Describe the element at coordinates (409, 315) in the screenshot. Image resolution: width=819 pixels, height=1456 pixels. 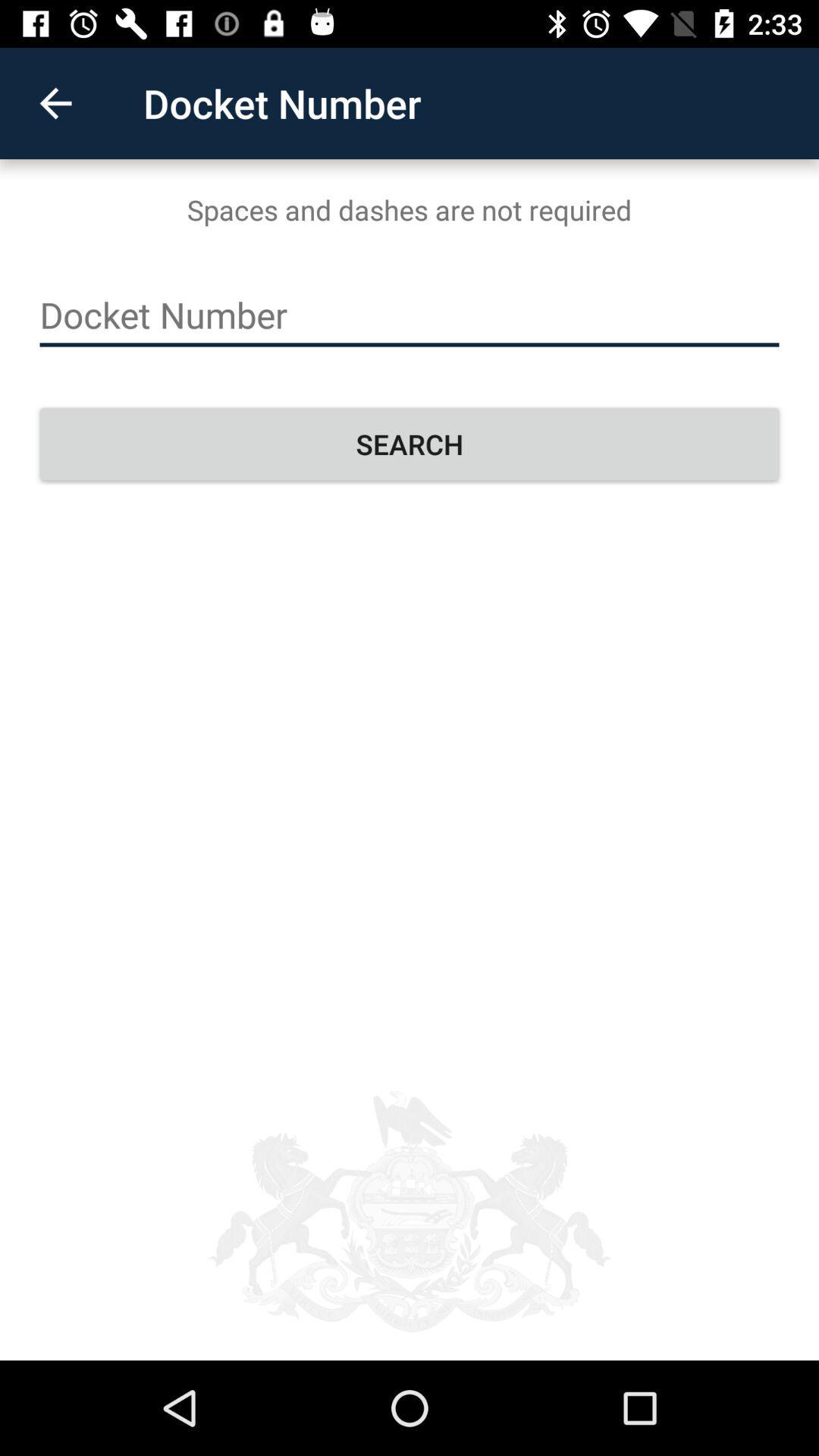
I see `the item above the search item` at that location.